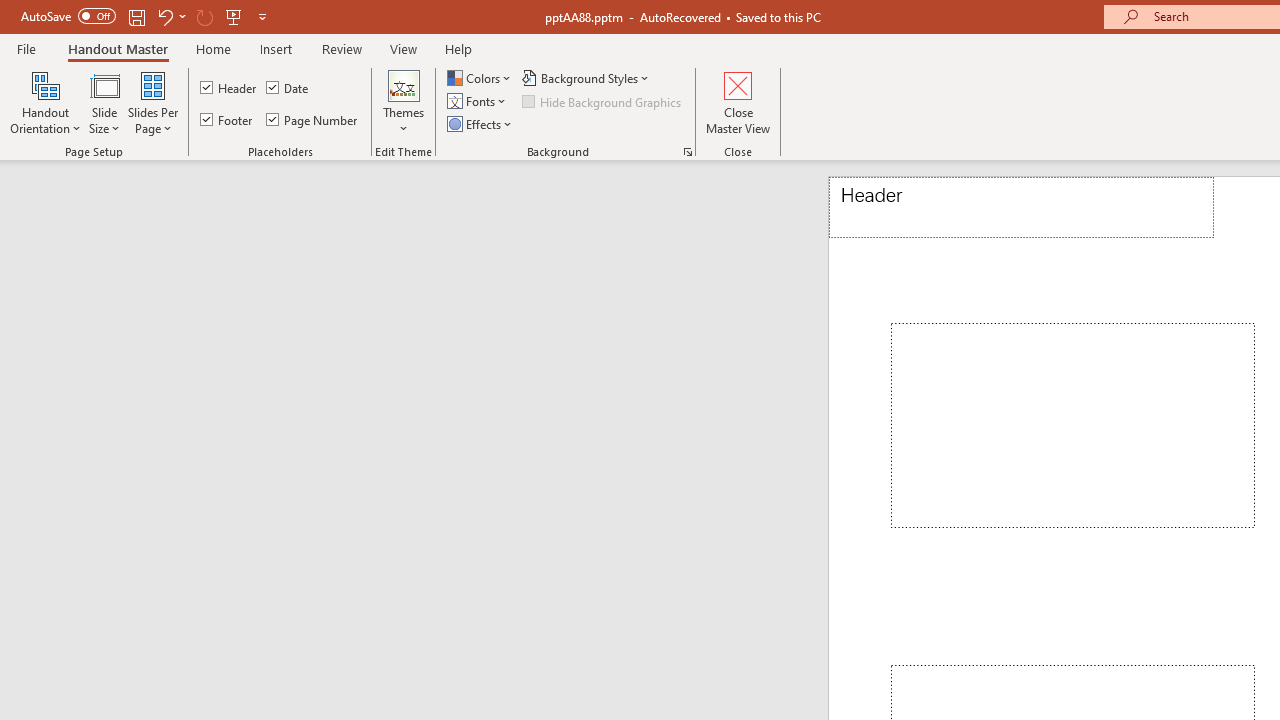 This screenshot has height=720, width=1280. Describe the element at coordinates (116, 48) in the screenshot. I see `'Handout Master'` at that location.